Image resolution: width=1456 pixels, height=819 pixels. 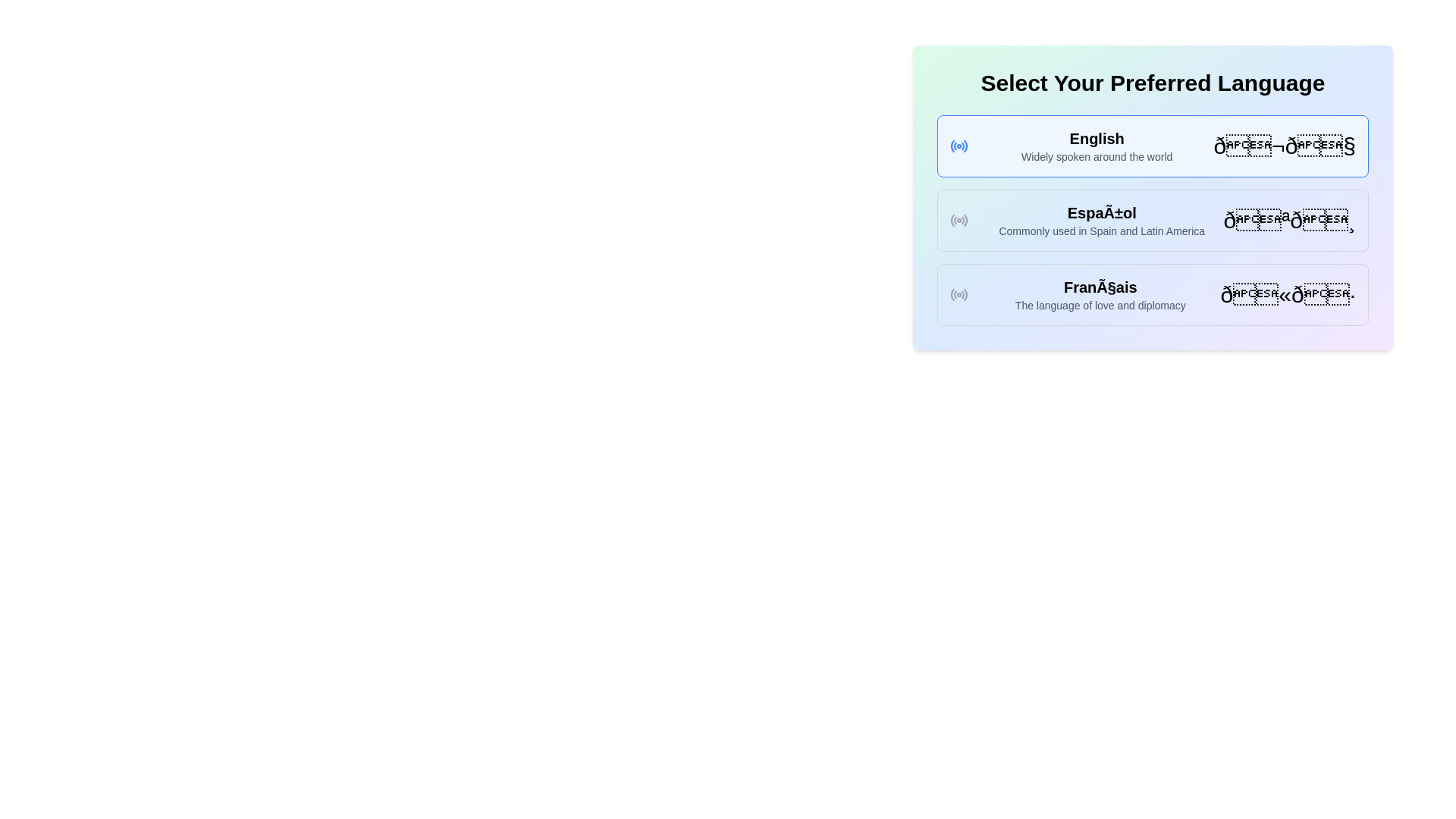 I want to click on the SVG icon representing the radio signal for the 'English' language option, which is located within the first selection option and is the outermost arc on the right side, so click(x=965, y=146).